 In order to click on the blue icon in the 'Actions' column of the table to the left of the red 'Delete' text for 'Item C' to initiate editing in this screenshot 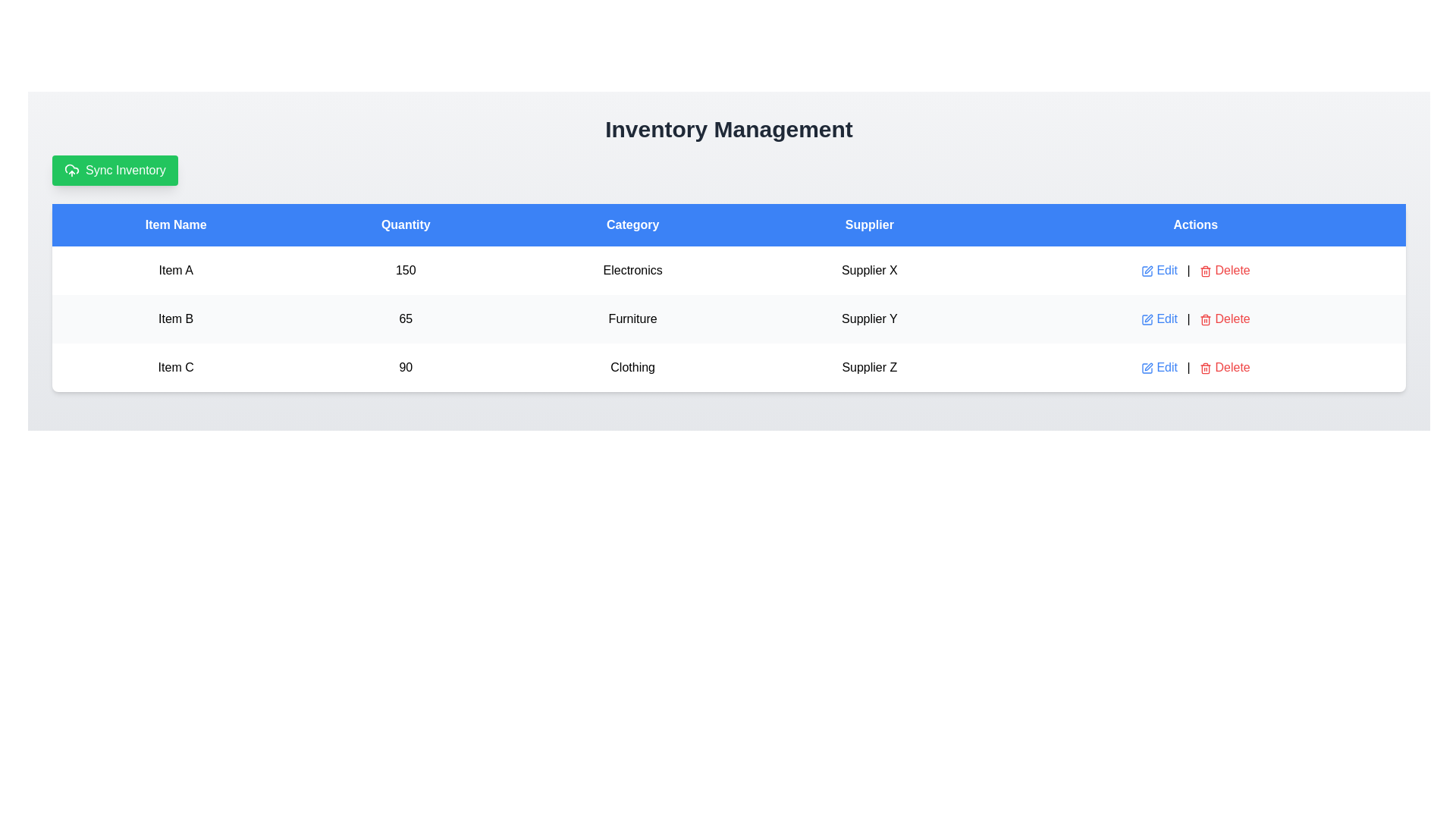, I will do `click(1147, 368)`.